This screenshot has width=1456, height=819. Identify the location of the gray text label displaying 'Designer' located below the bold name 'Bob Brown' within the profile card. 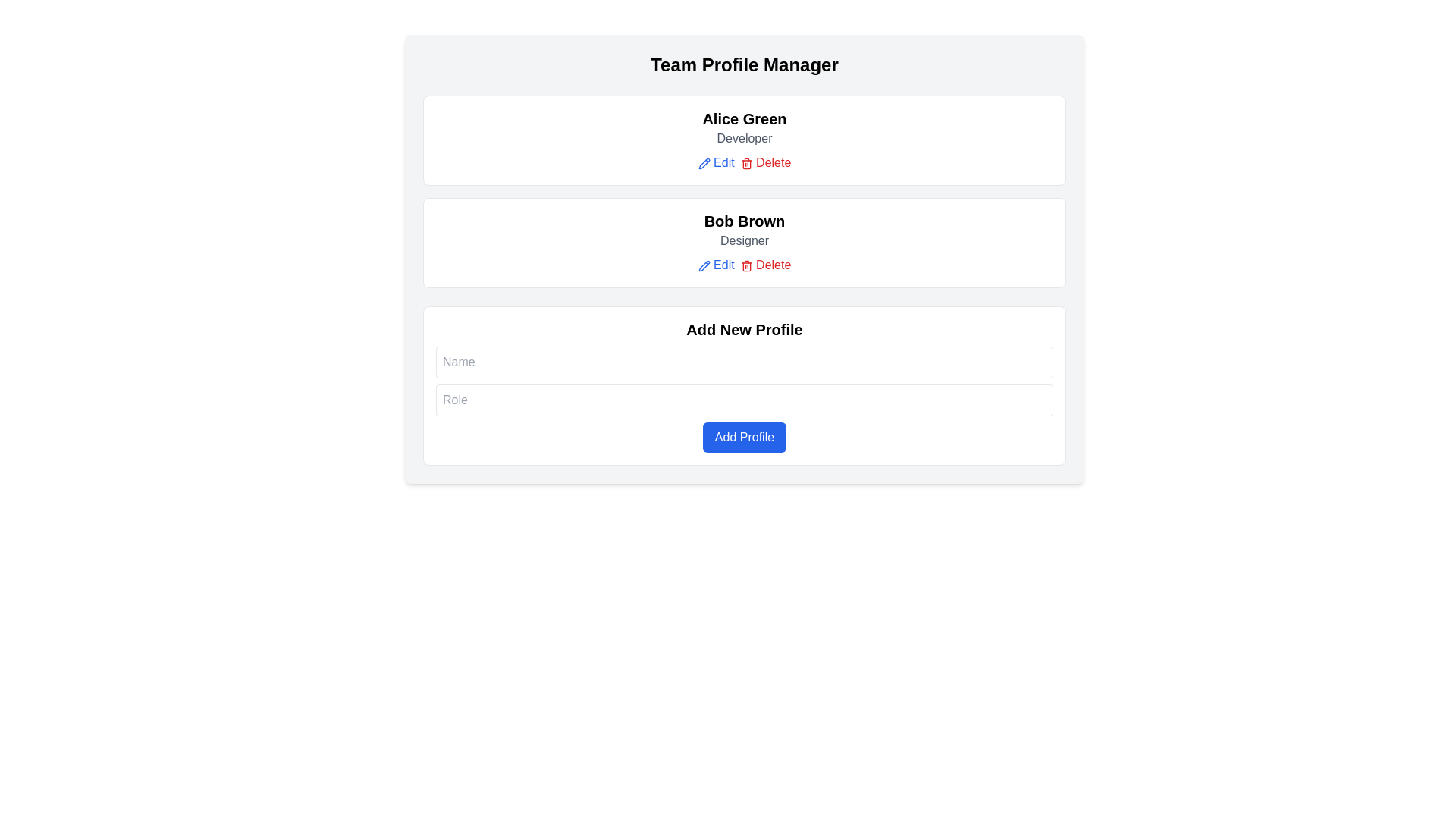
(745, 239).